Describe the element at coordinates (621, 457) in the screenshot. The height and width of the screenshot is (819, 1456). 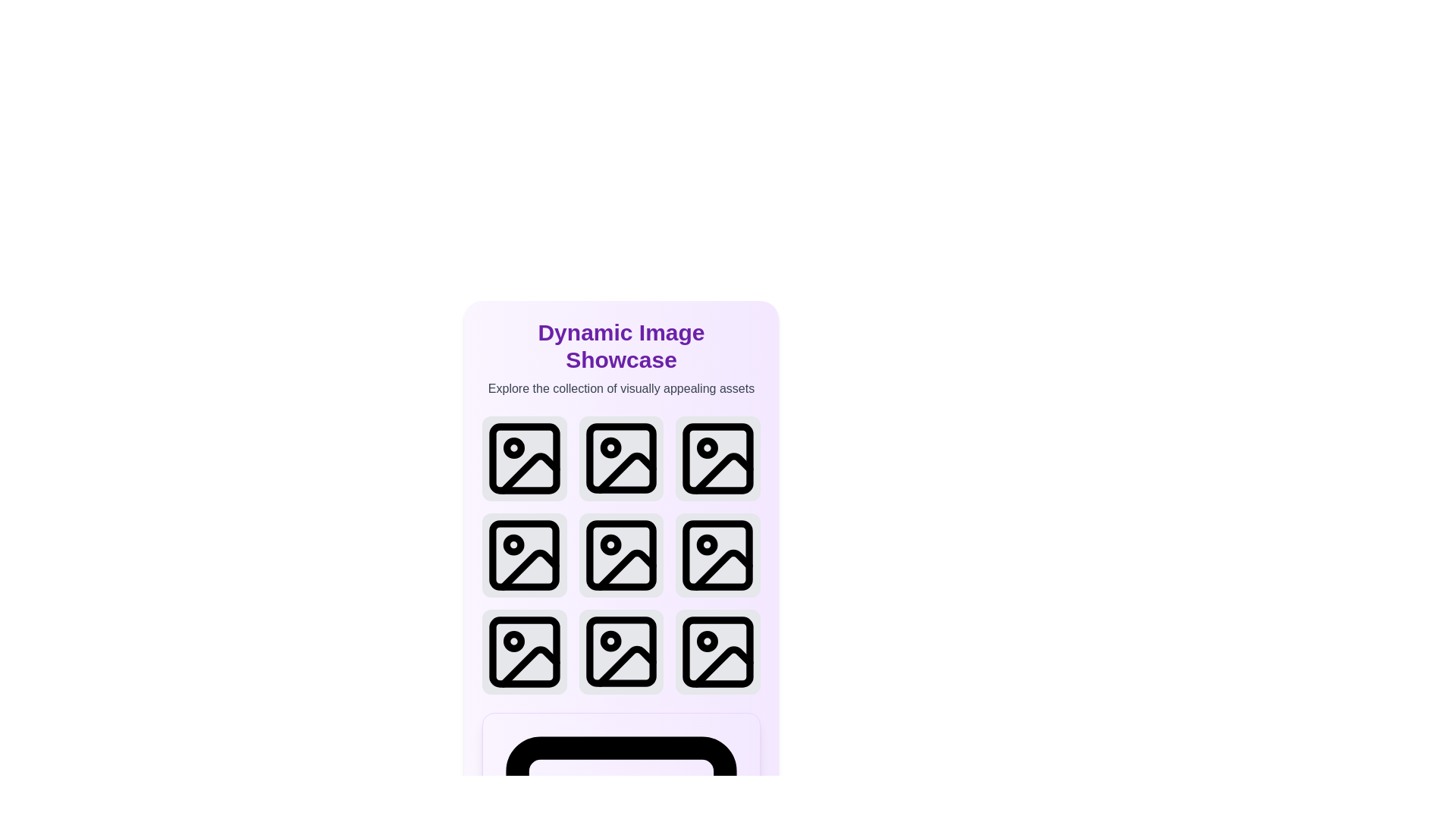
I see `the second box in the first row of a 3x3 grid layout, which serves as an interactive card or button for displaying or navigating to specific content` at that location.